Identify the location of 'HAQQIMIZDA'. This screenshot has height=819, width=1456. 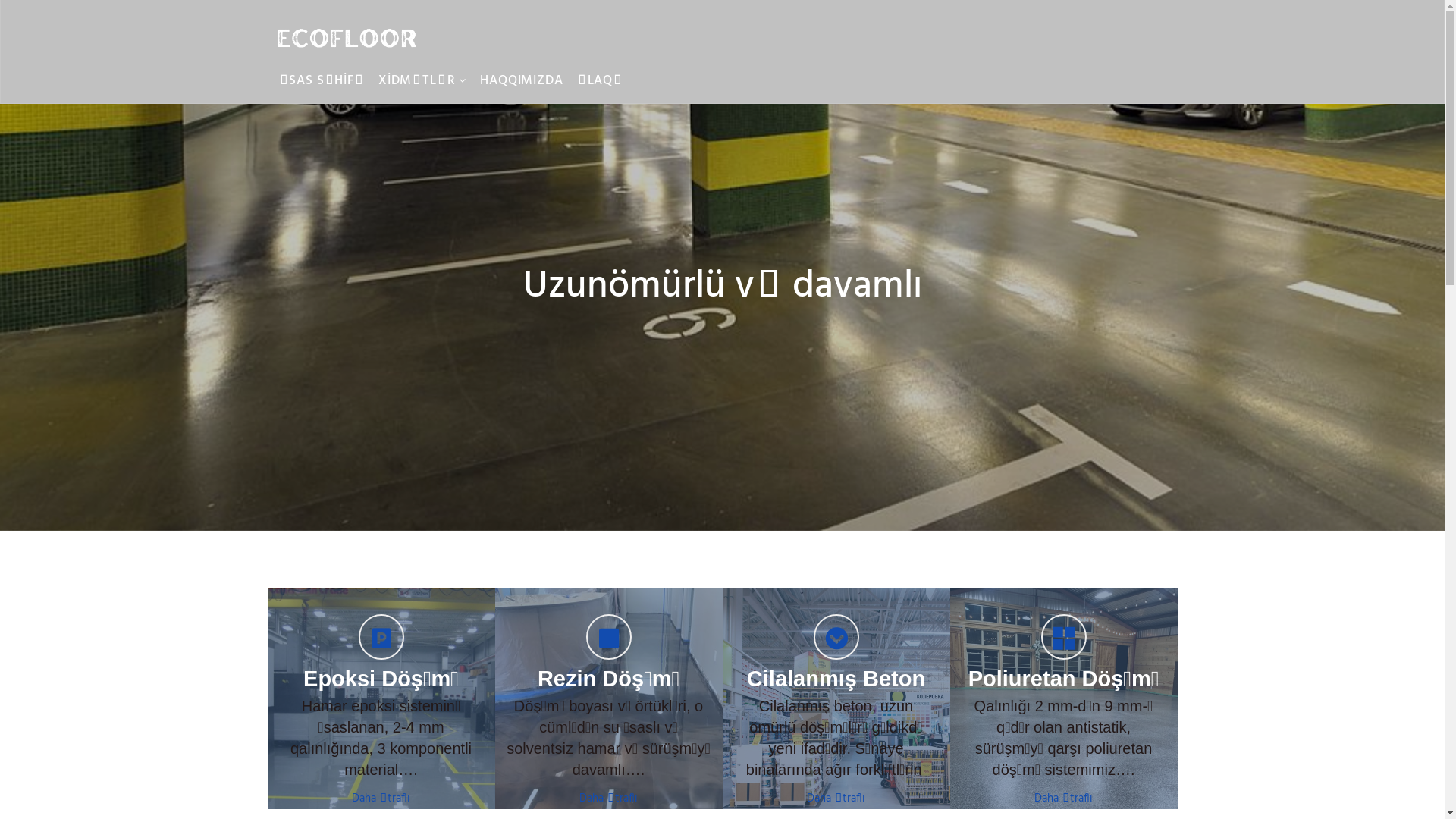
(521, 81).